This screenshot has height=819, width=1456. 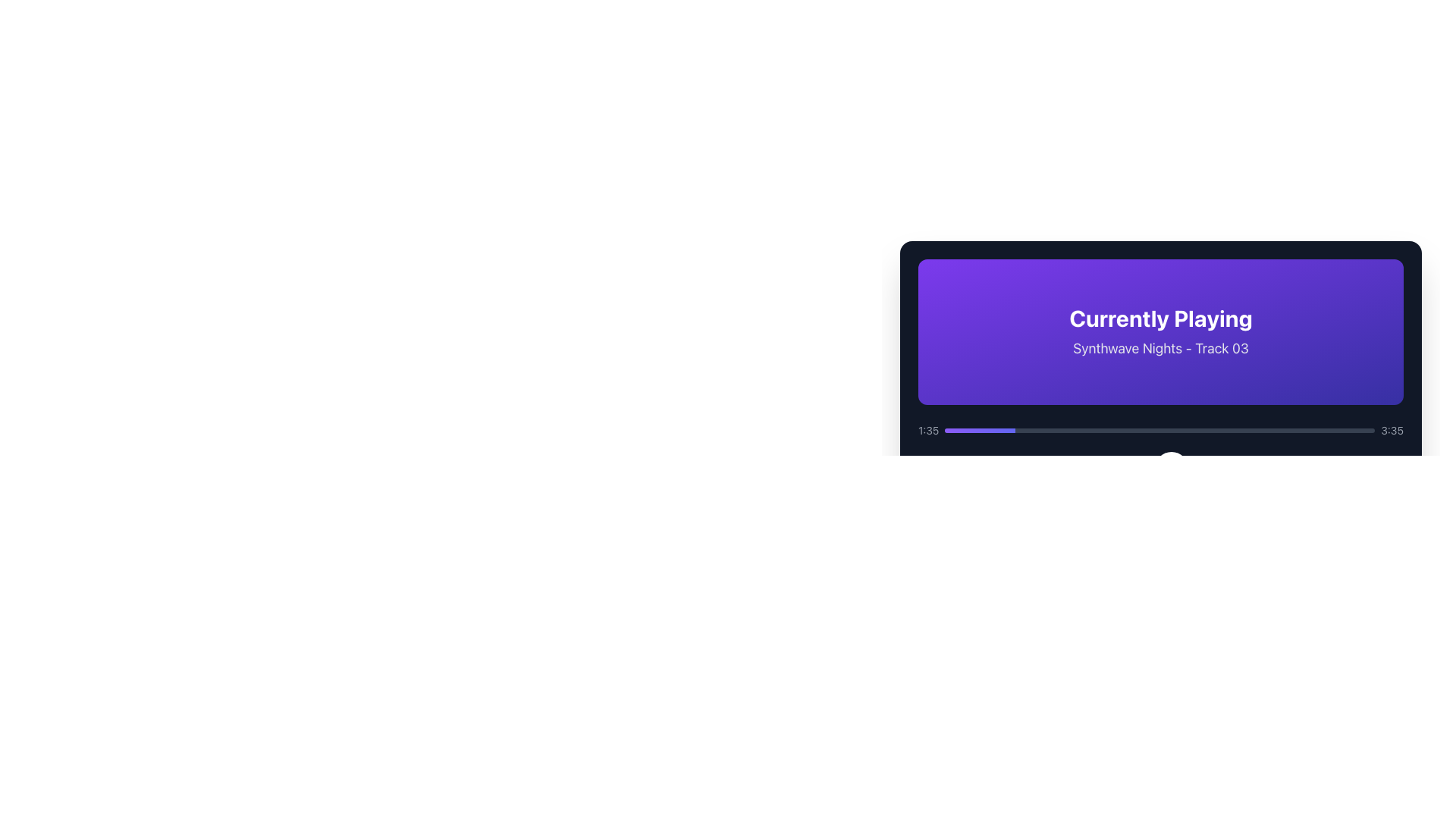 What do you see at coordinates (950, 599) in the screenshot?
I see `the musical note icon element located near the bottom right corner of the interface, slightly above the time indicator` at bounding box center [950, 599].